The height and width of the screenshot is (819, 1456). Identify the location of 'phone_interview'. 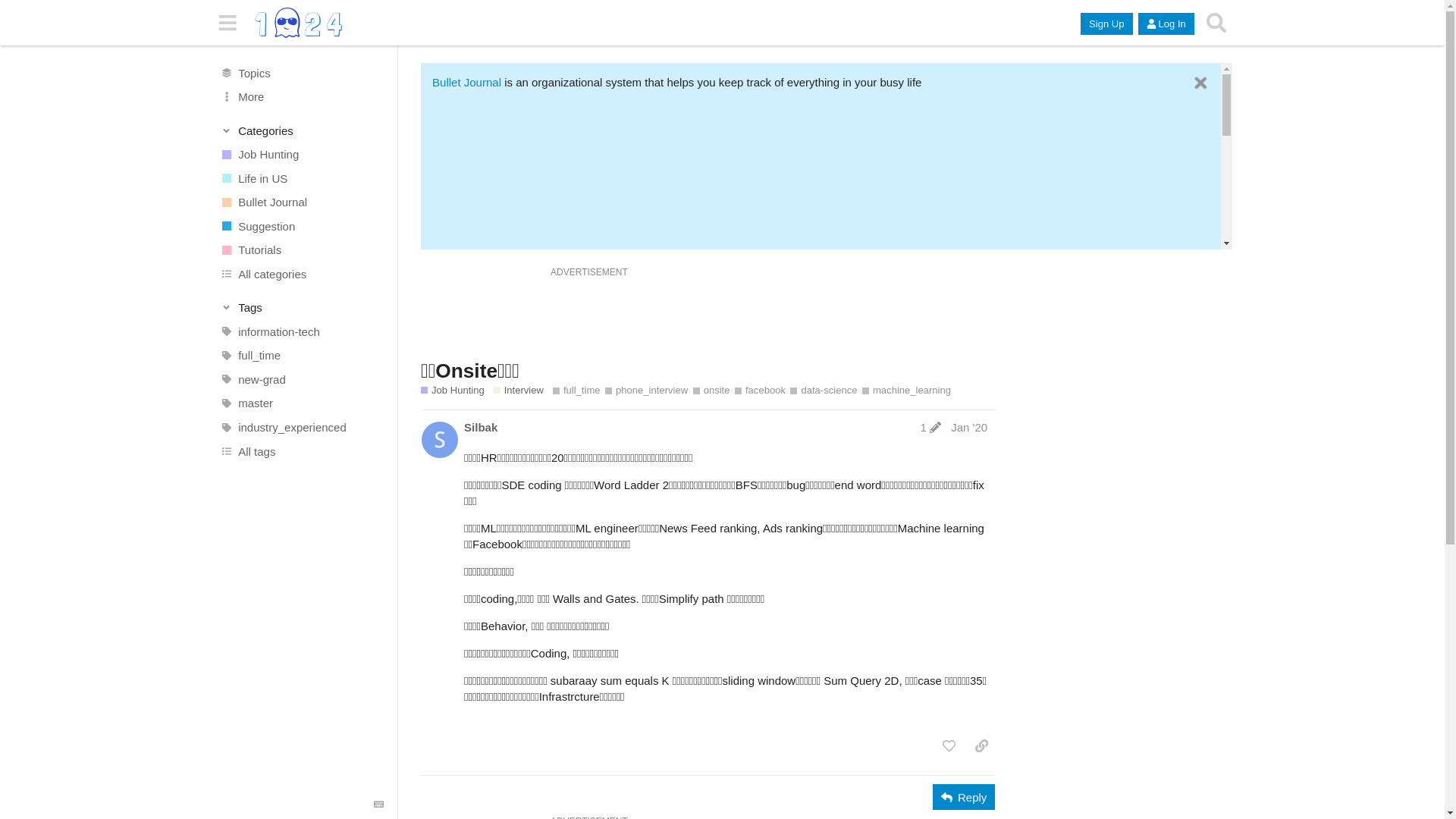
(646, 390).